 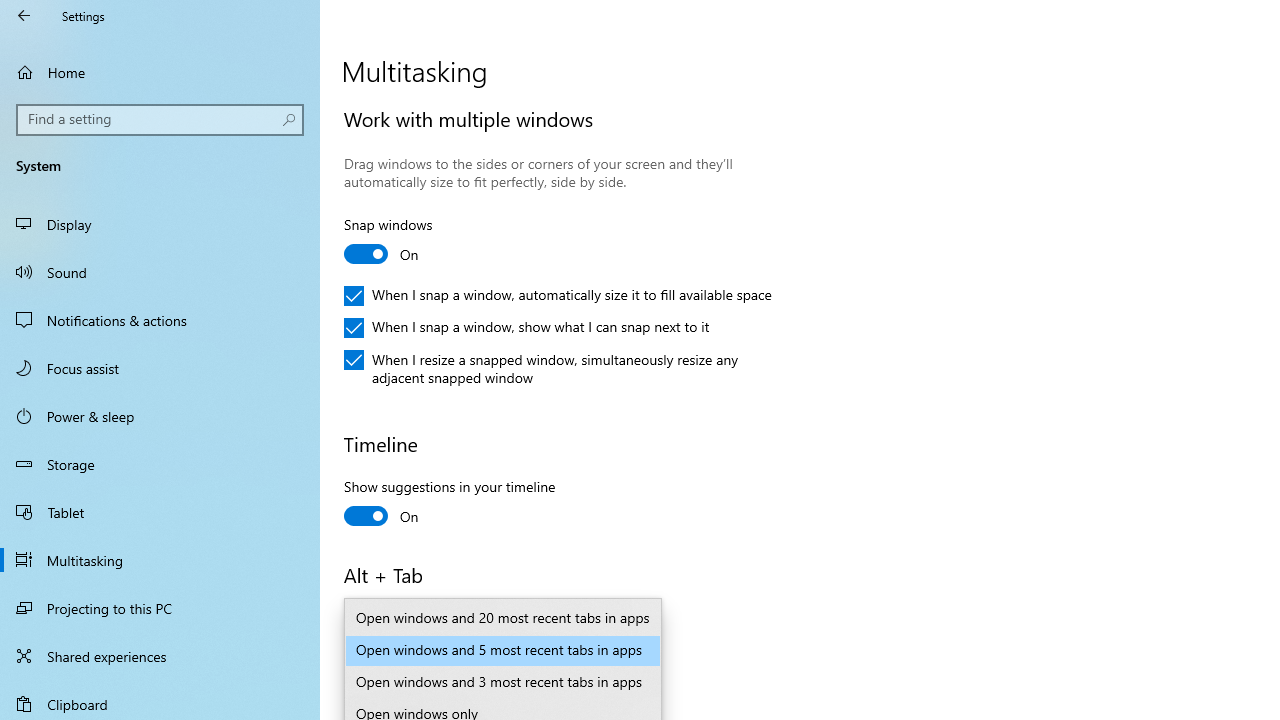 I want to click on 'Open windows and 3 most recent tabs in apps', so click(x=503, y=681).